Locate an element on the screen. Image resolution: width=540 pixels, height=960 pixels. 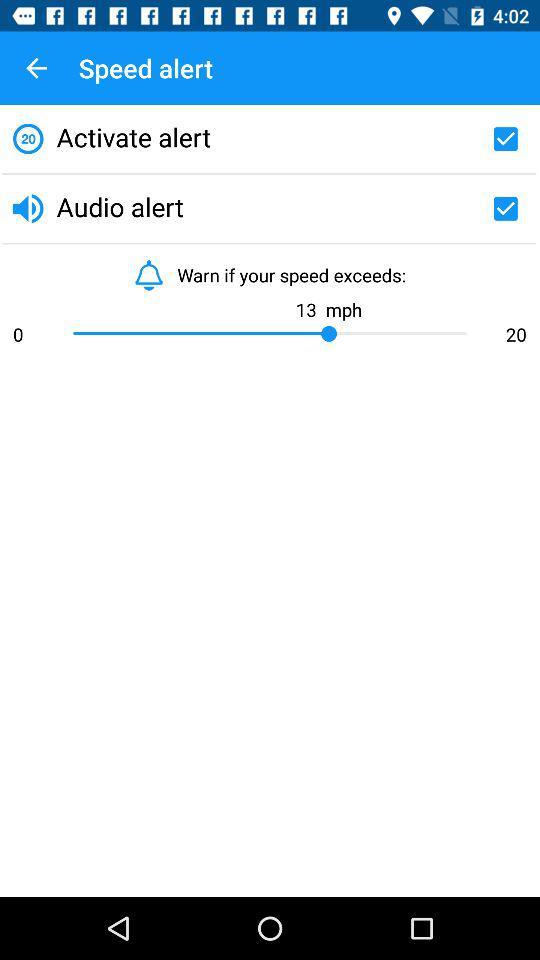
the item to the left of the speed alert icon is located at coordinates (36, 68).